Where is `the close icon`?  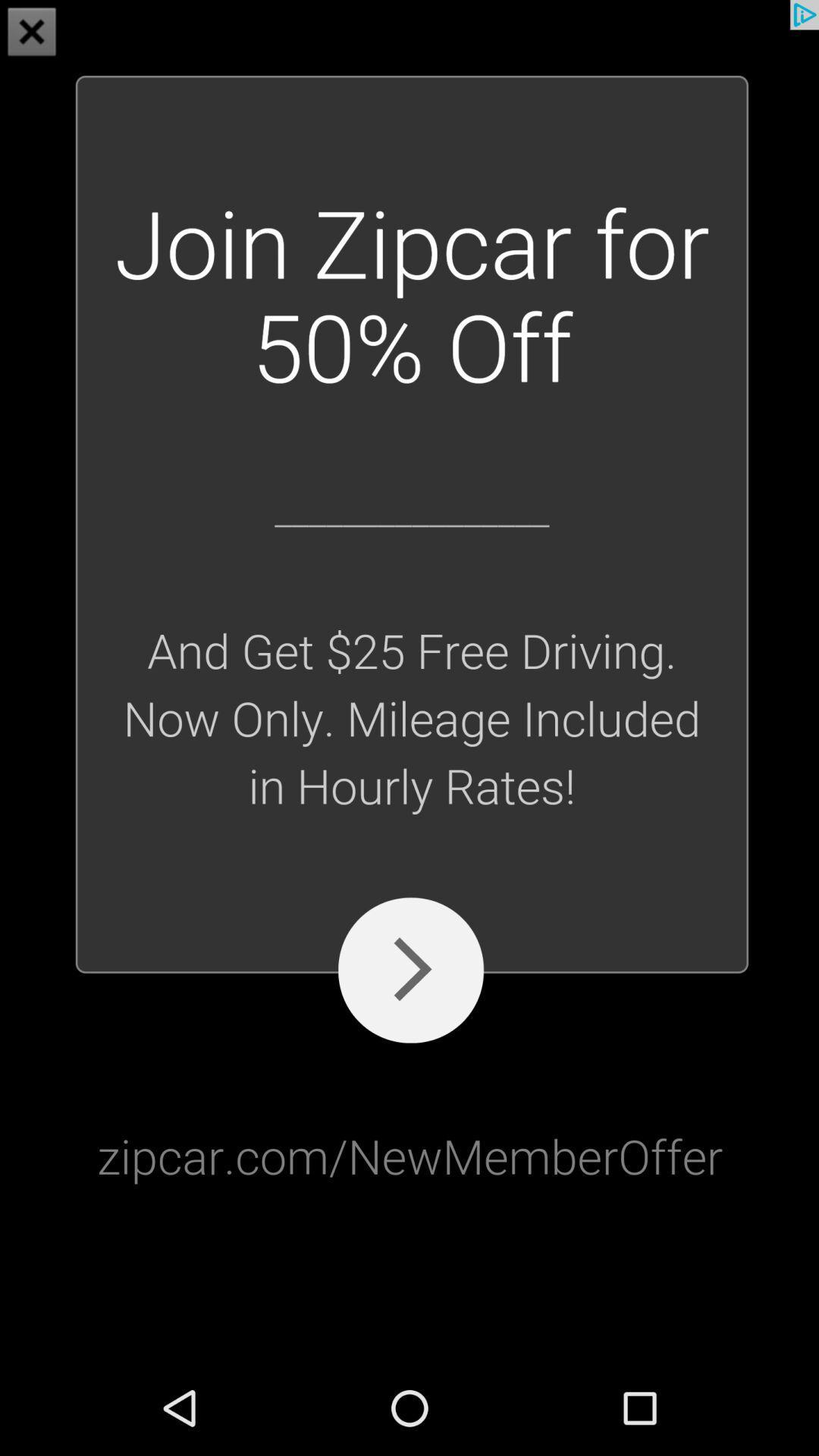 the close icon is located at coordinates (32, 33).